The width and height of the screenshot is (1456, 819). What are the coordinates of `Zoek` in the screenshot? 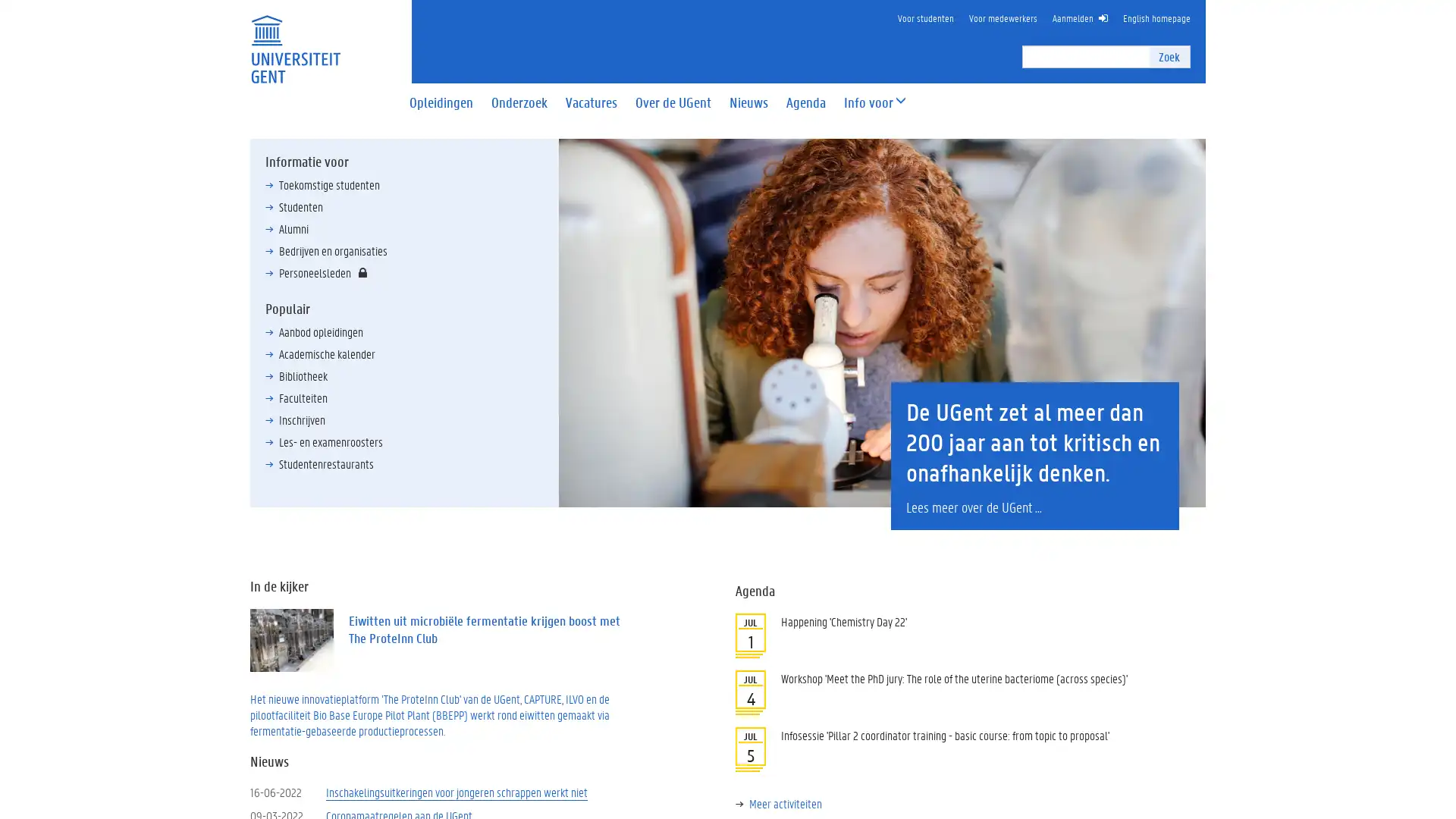 It's located at (1168, 55).